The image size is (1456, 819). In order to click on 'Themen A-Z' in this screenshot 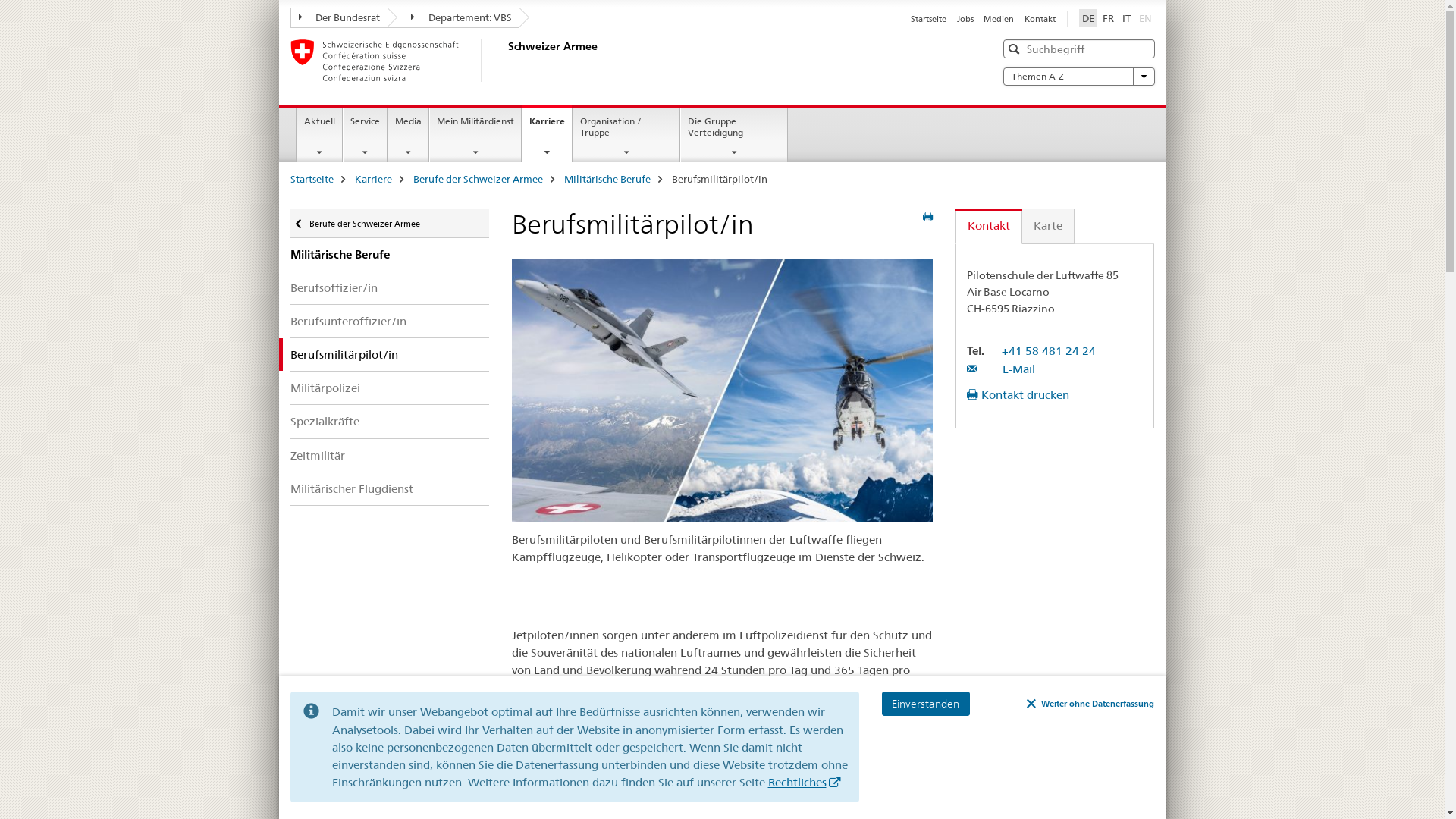, I will do `click(1002, 76)`.